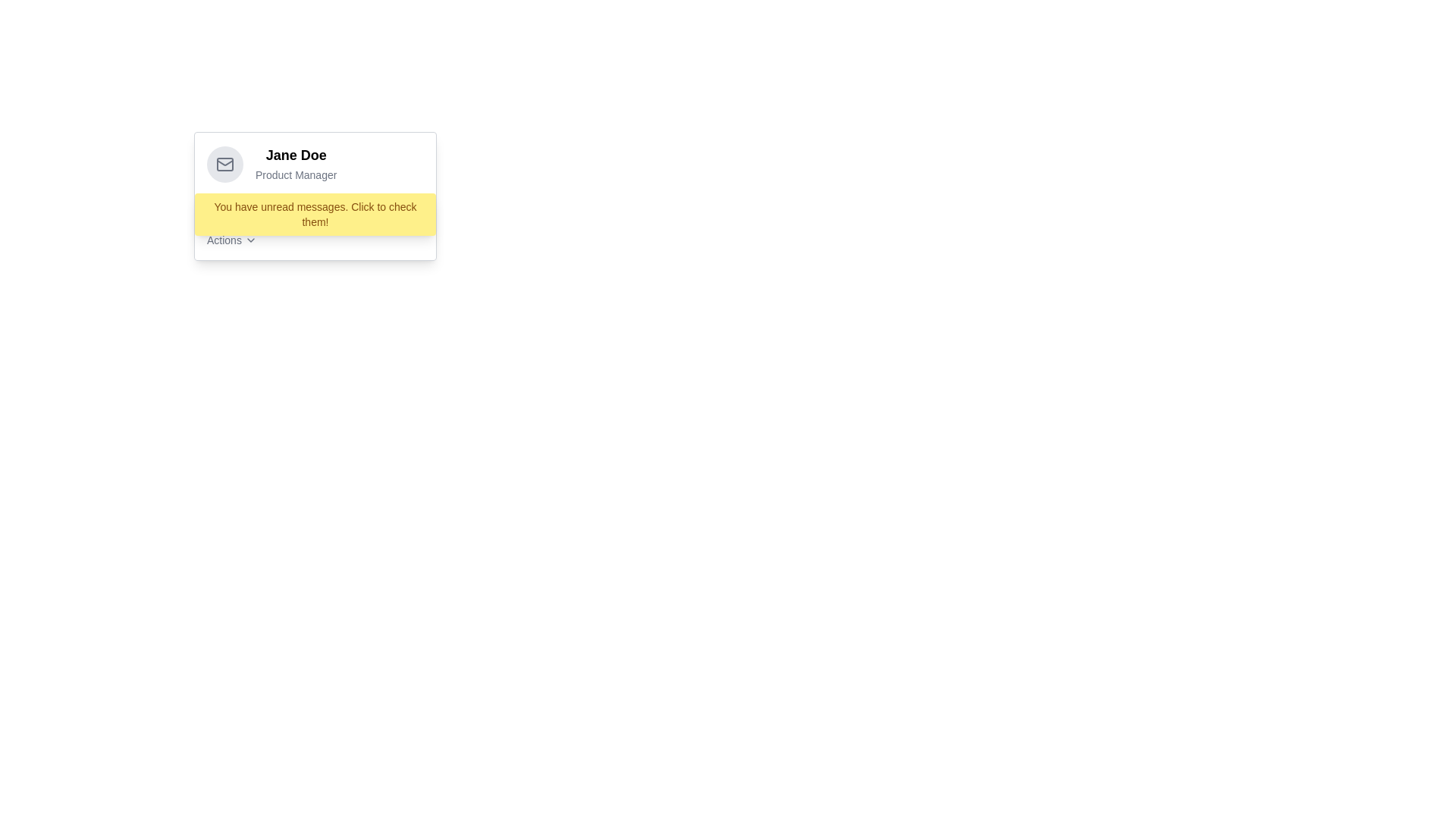 This screenshot has height=819, width=1456. Describe the element at coordinates (296, 155) in the screenshot. I see `the static text label displaying 'Jane Doe', which is positioned in the left section of the user information card, above the 'Product Manager' label` at that location.